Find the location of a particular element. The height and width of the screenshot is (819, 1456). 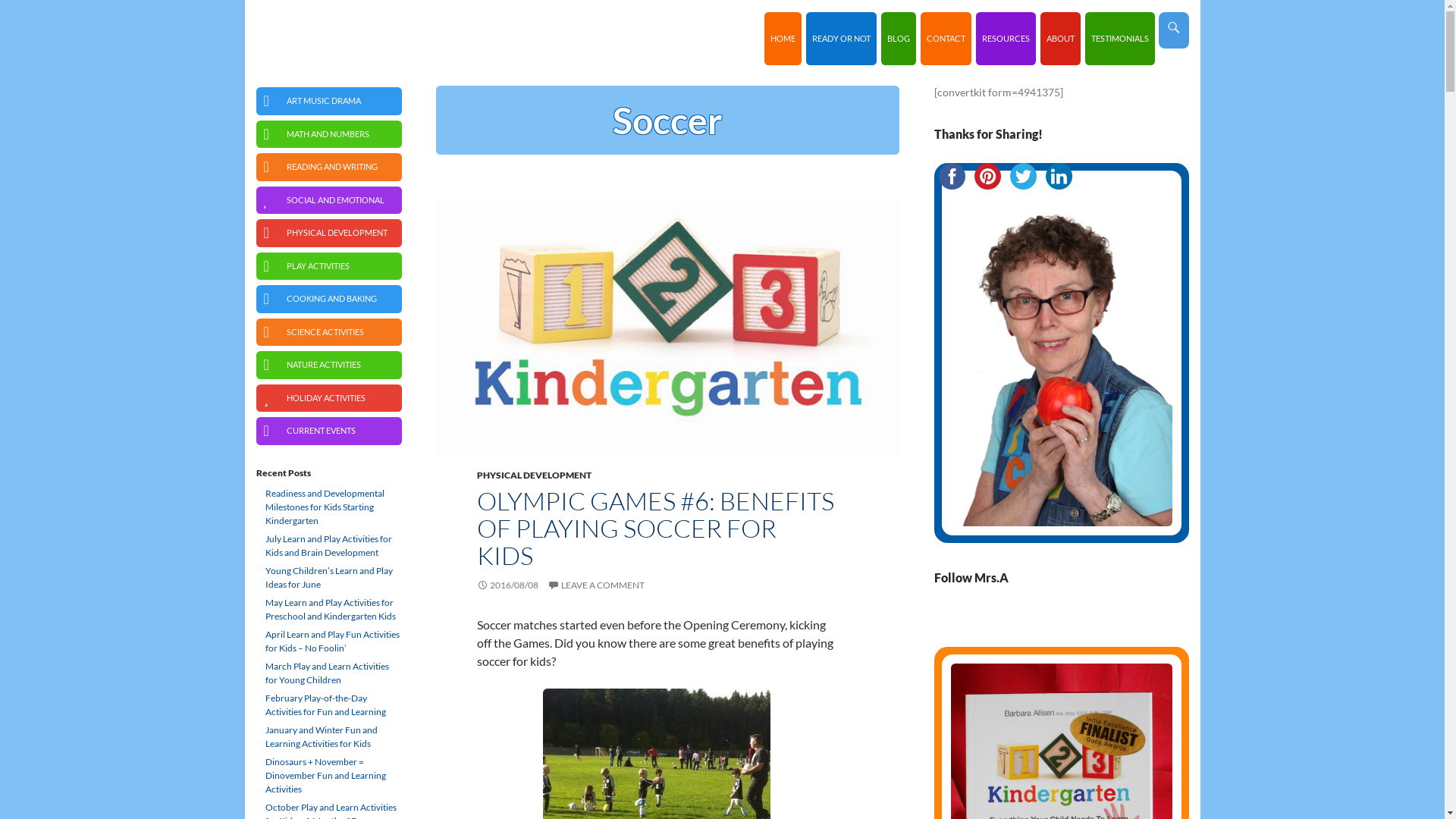

'PHYSICAL DEVELOPMENT' is located at coordinates (533, 474).